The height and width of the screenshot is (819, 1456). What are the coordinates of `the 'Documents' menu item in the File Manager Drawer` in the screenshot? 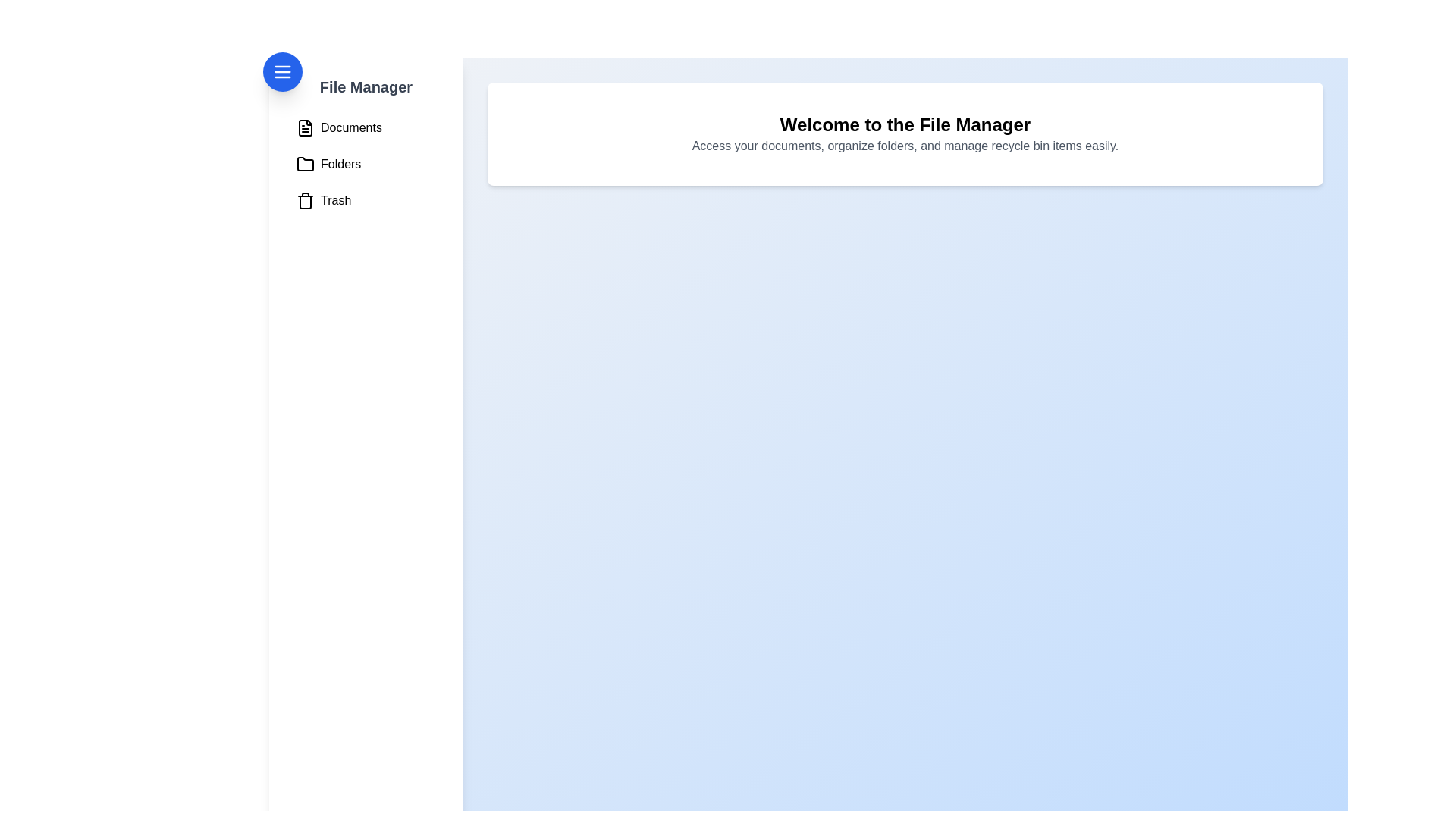 It's located at (366, 127).